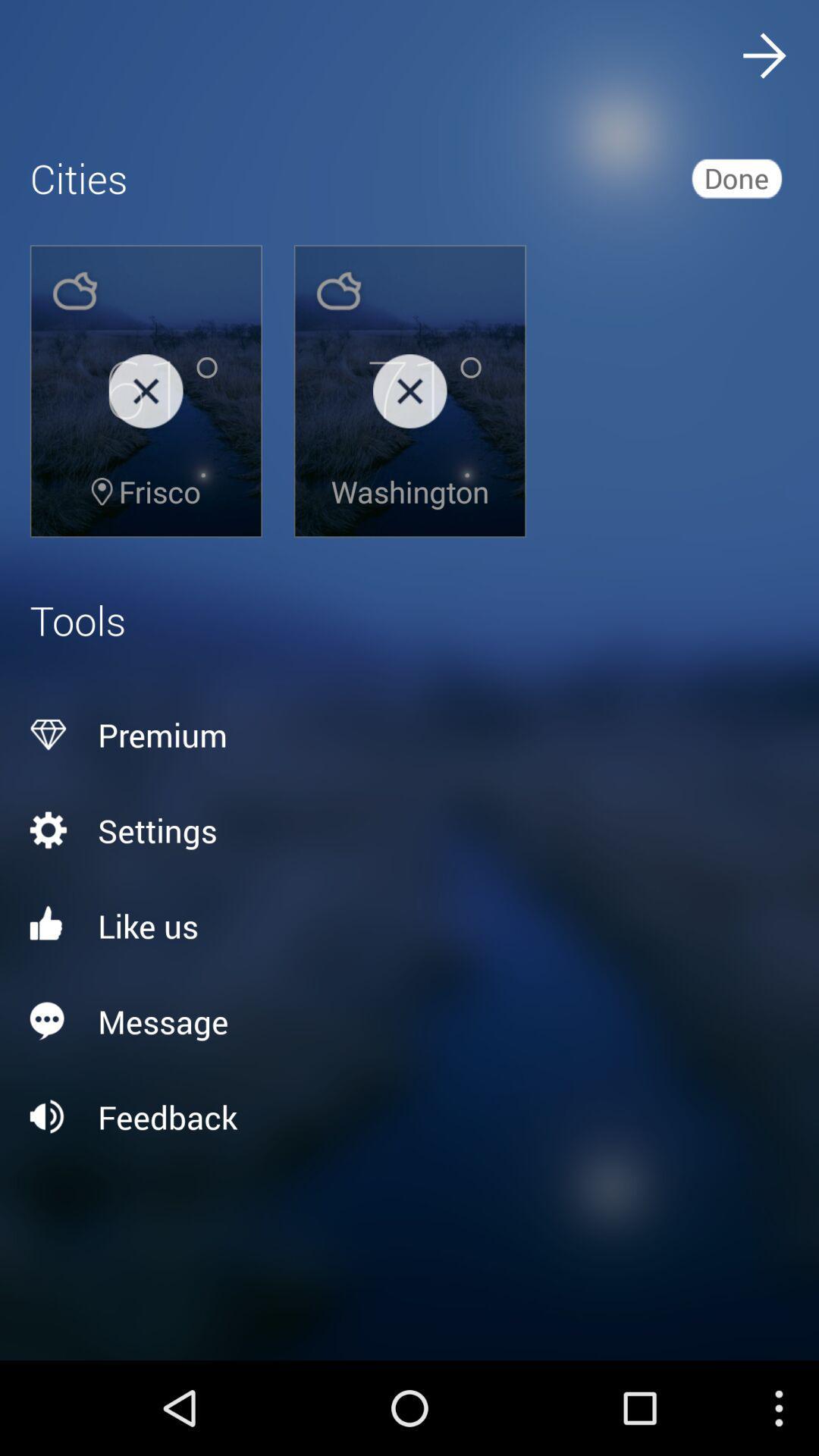 The image size is (819, 1456). What do you see at coordinates (736, 177) in the screenshot?
I see `done` at bounding box center [736, 177].